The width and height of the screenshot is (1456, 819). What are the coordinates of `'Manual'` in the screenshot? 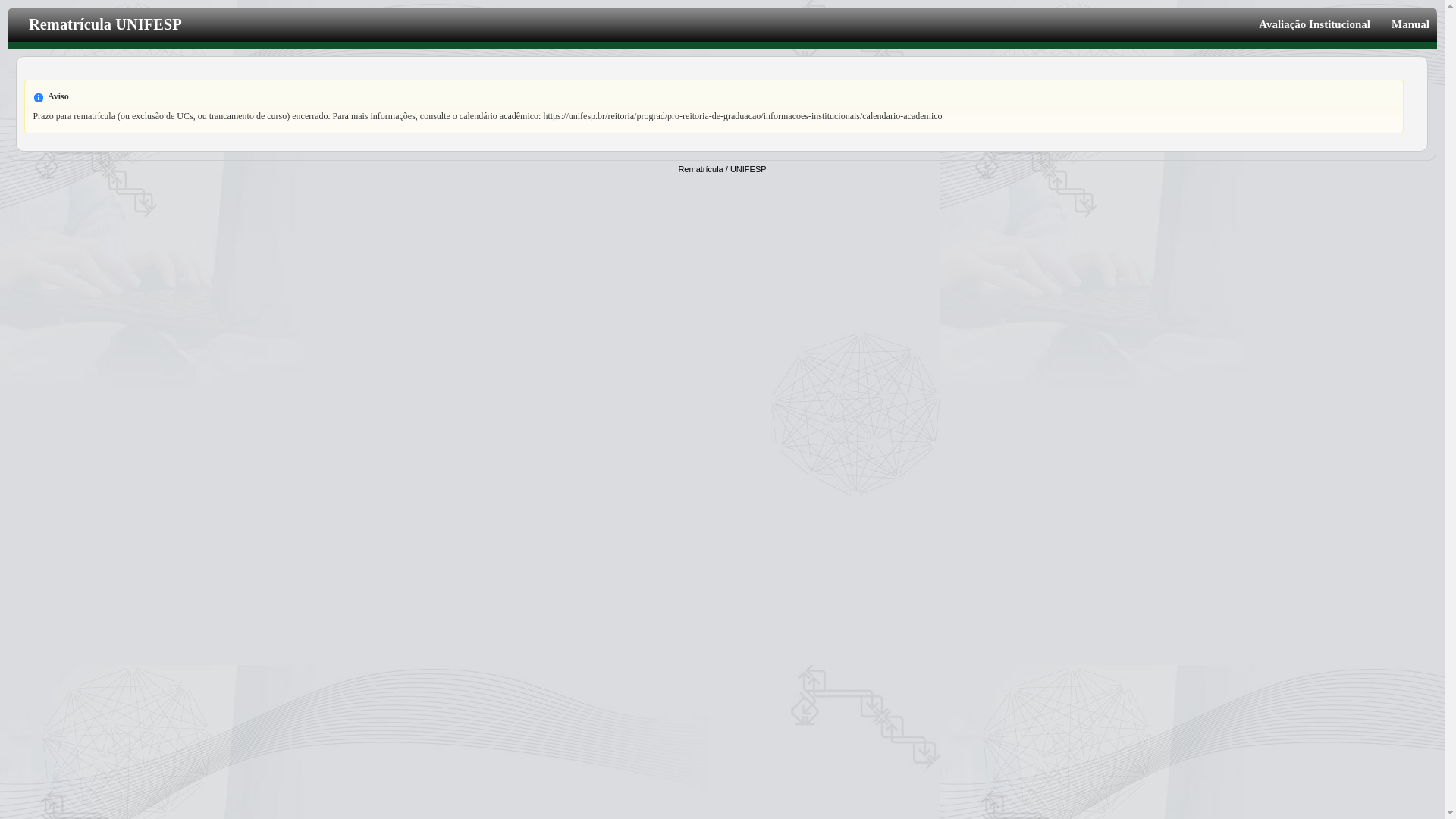 It's located at (1404, 24).